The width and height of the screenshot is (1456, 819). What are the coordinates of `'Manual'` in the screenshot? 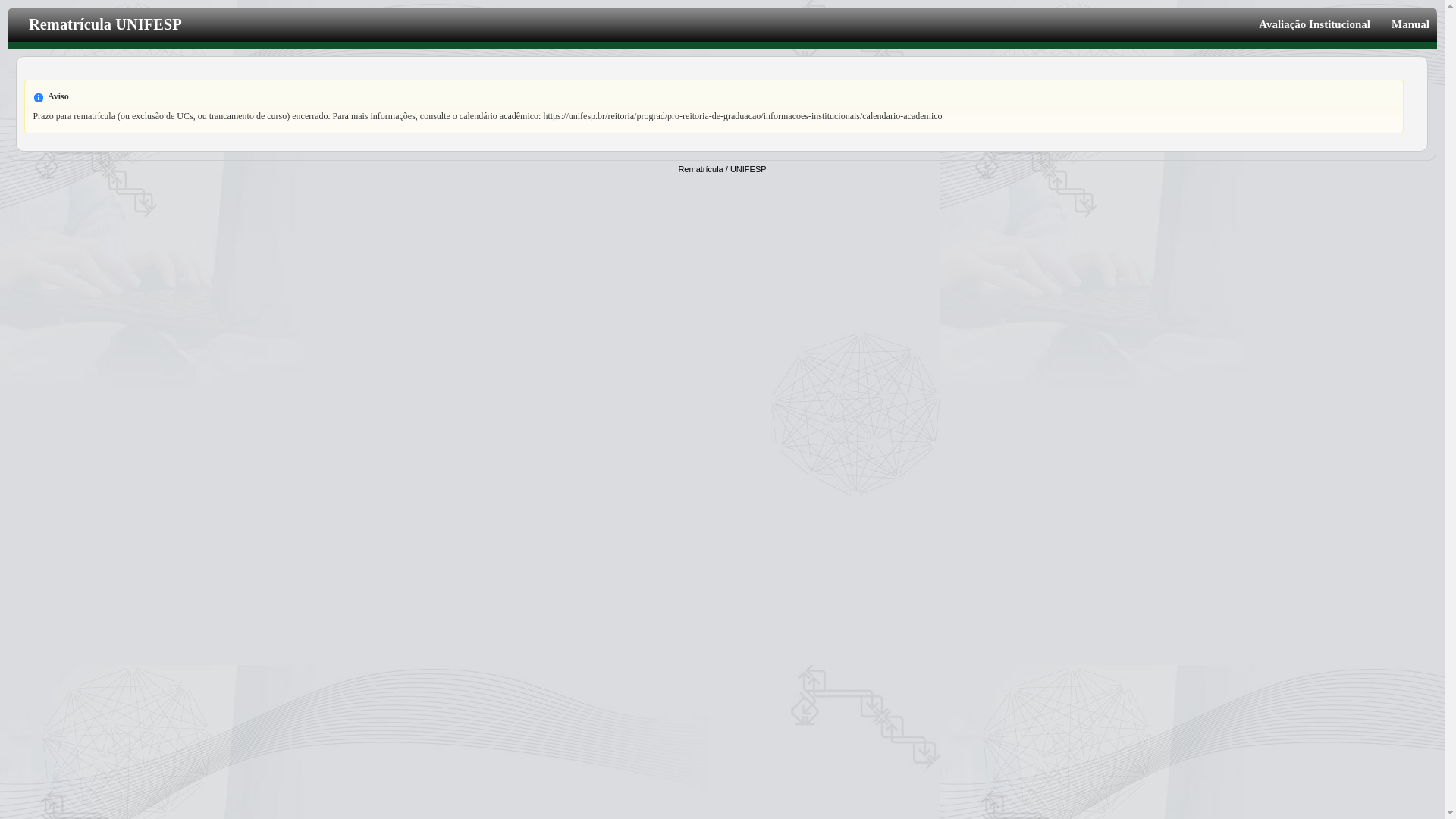 It's located at (1404, 24).